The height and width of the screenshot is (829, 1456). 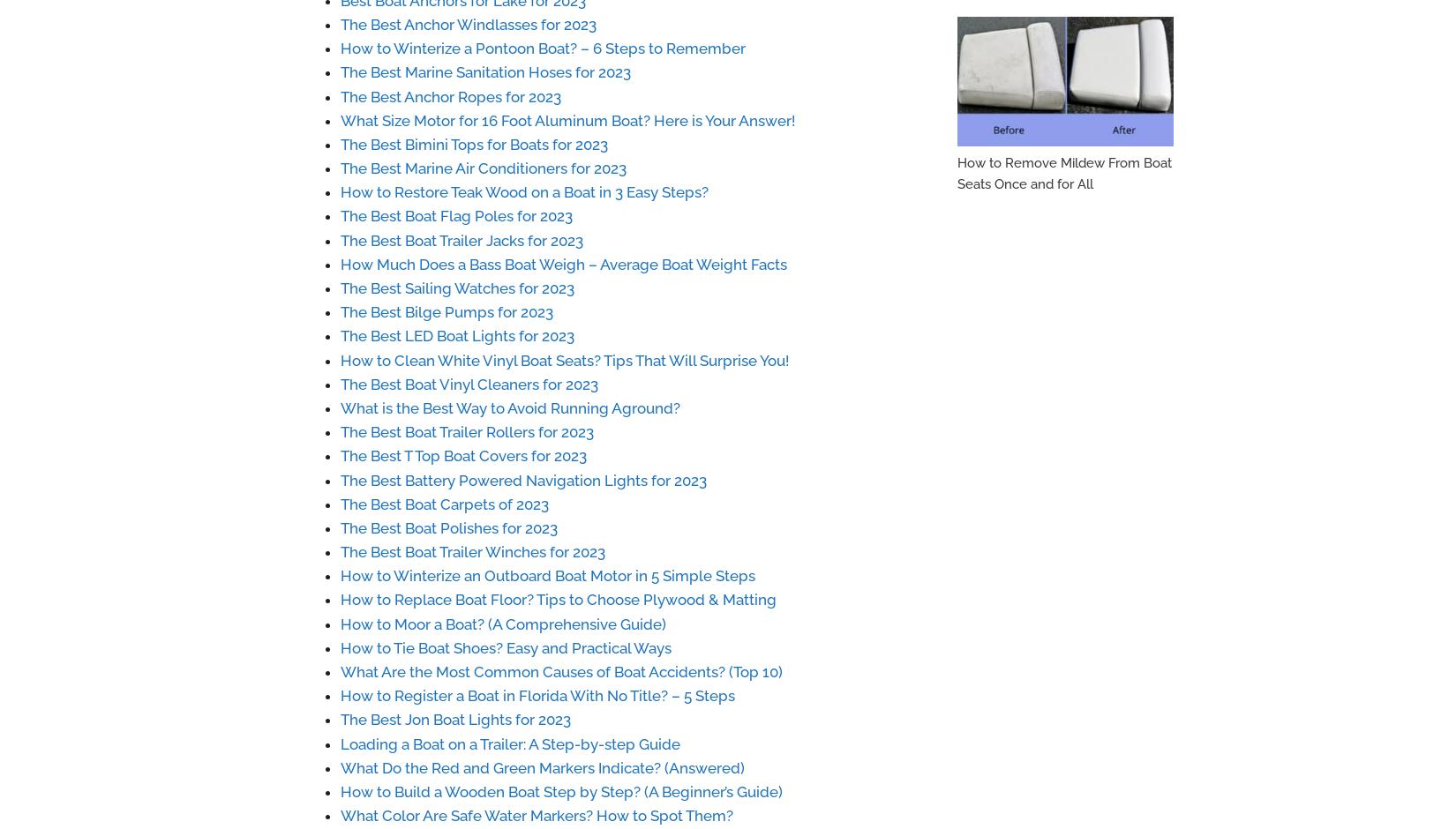 What do you see at coordinates (541, 766) in the screenshot?
I see `'What Do the Red and Green Markers Indicate? (Answered)'` at bounding box center [541, 766].